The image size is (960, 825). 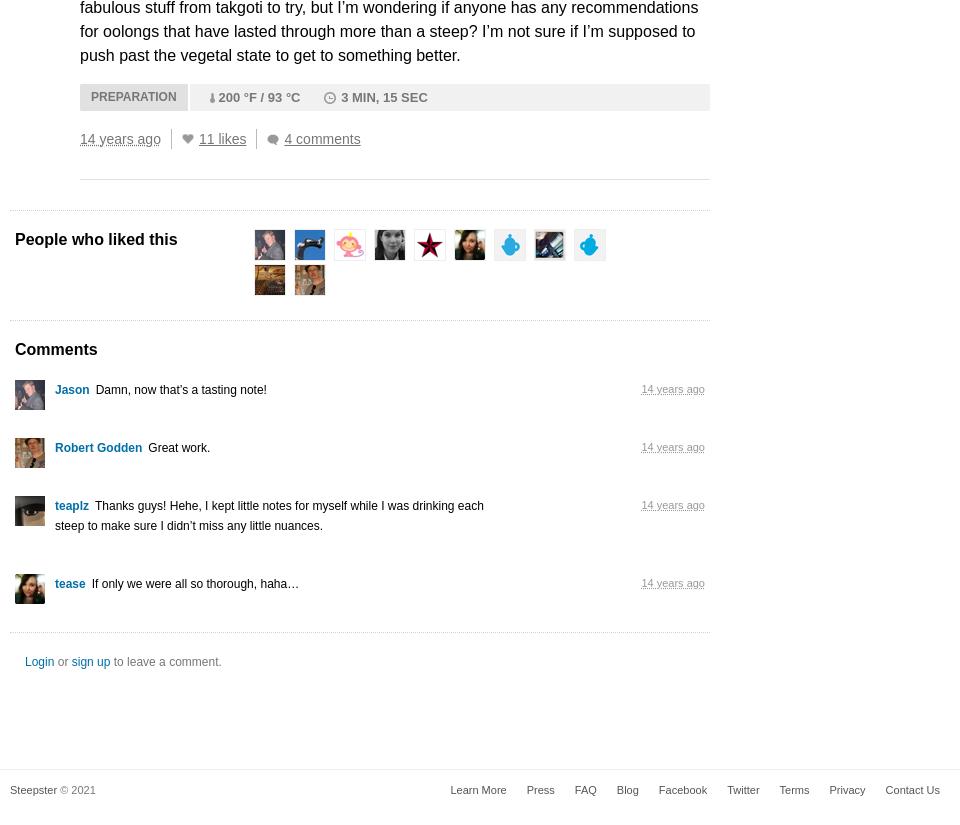 I want to click on 'or', so click(x=62, y=660).